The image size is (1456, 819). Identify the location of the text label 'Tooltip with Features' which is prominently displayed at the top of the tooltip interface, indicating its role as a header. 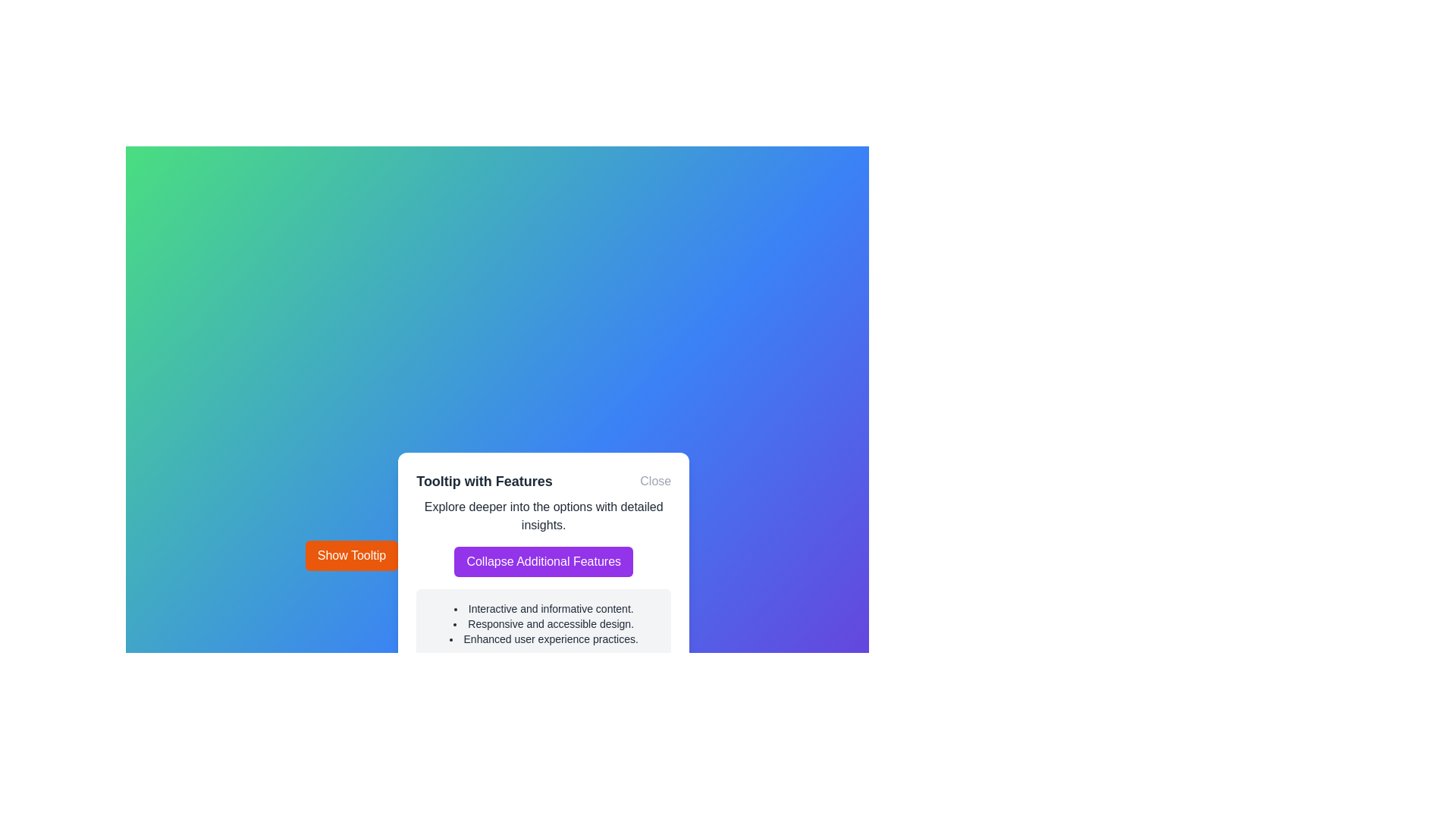
(483, 482).